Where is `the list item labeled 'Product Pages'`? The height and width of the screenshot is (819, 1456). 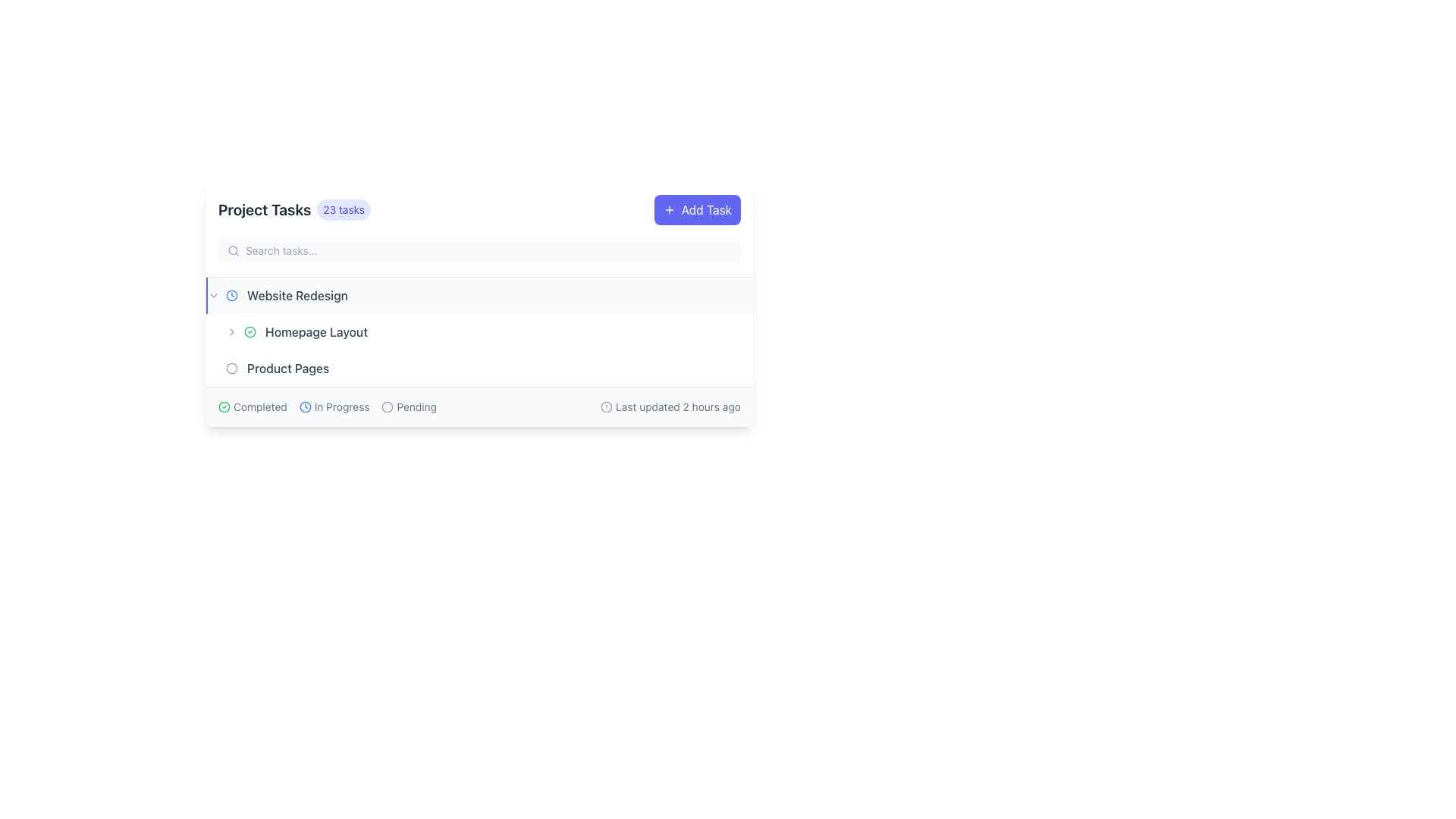 the list item labeled 'Product Pages' is located at coordinates (479, 369).